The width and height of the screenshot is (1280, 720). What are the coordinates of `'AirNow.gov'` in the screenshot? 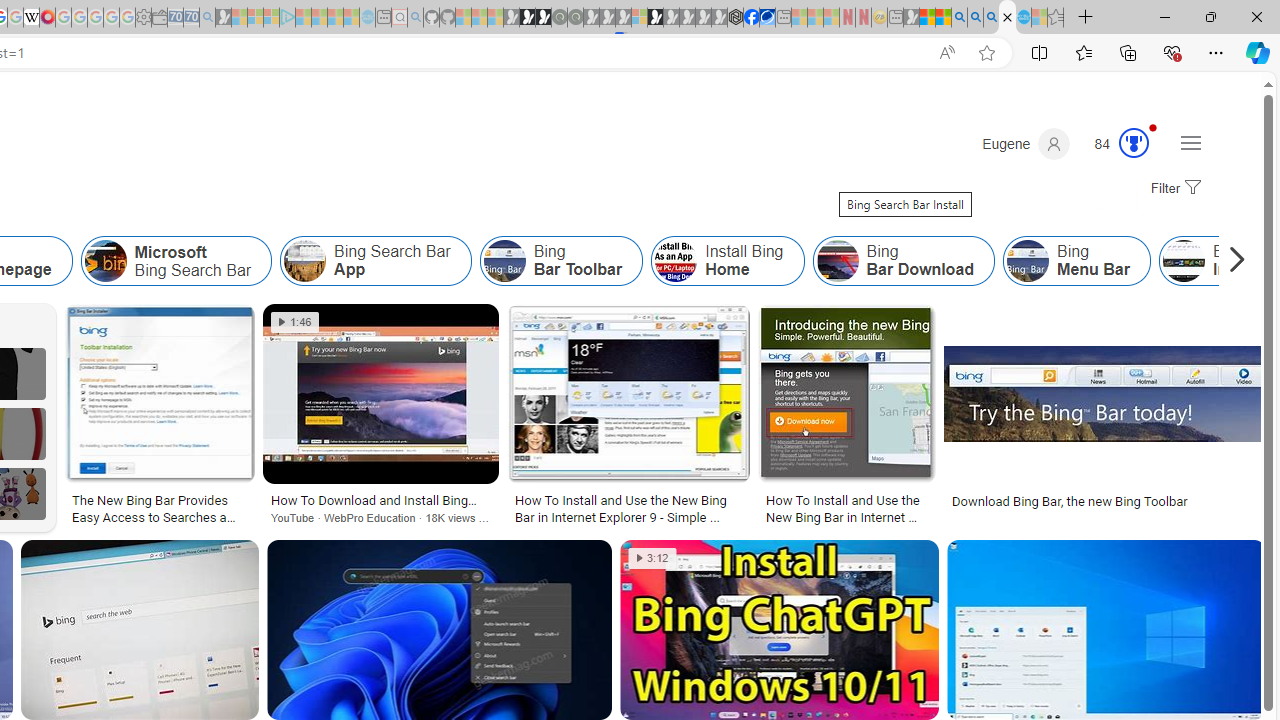 It's located at (766, 17).